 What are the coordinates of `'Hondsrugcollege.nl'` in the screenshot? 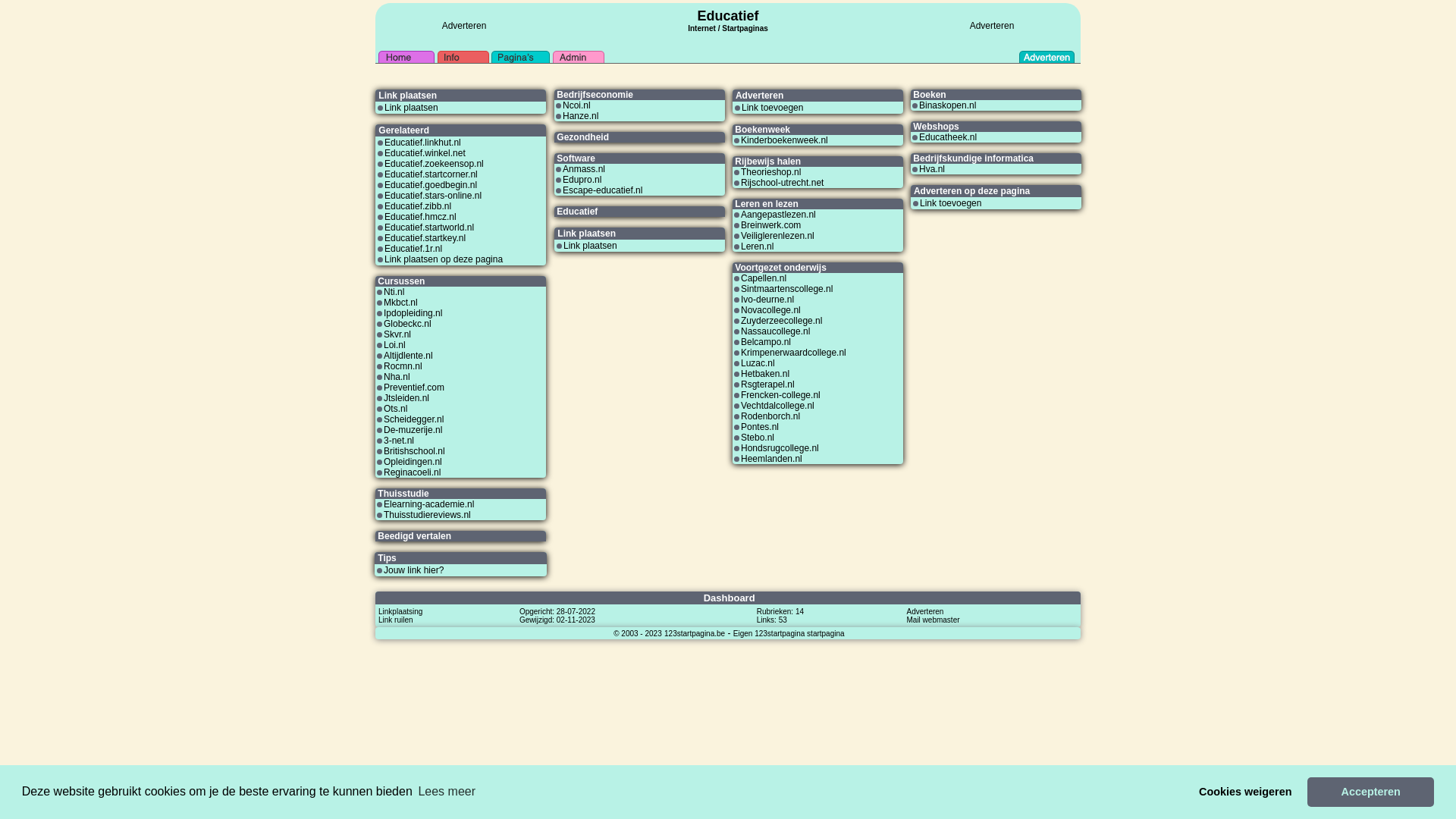 It's located at (780, 447).